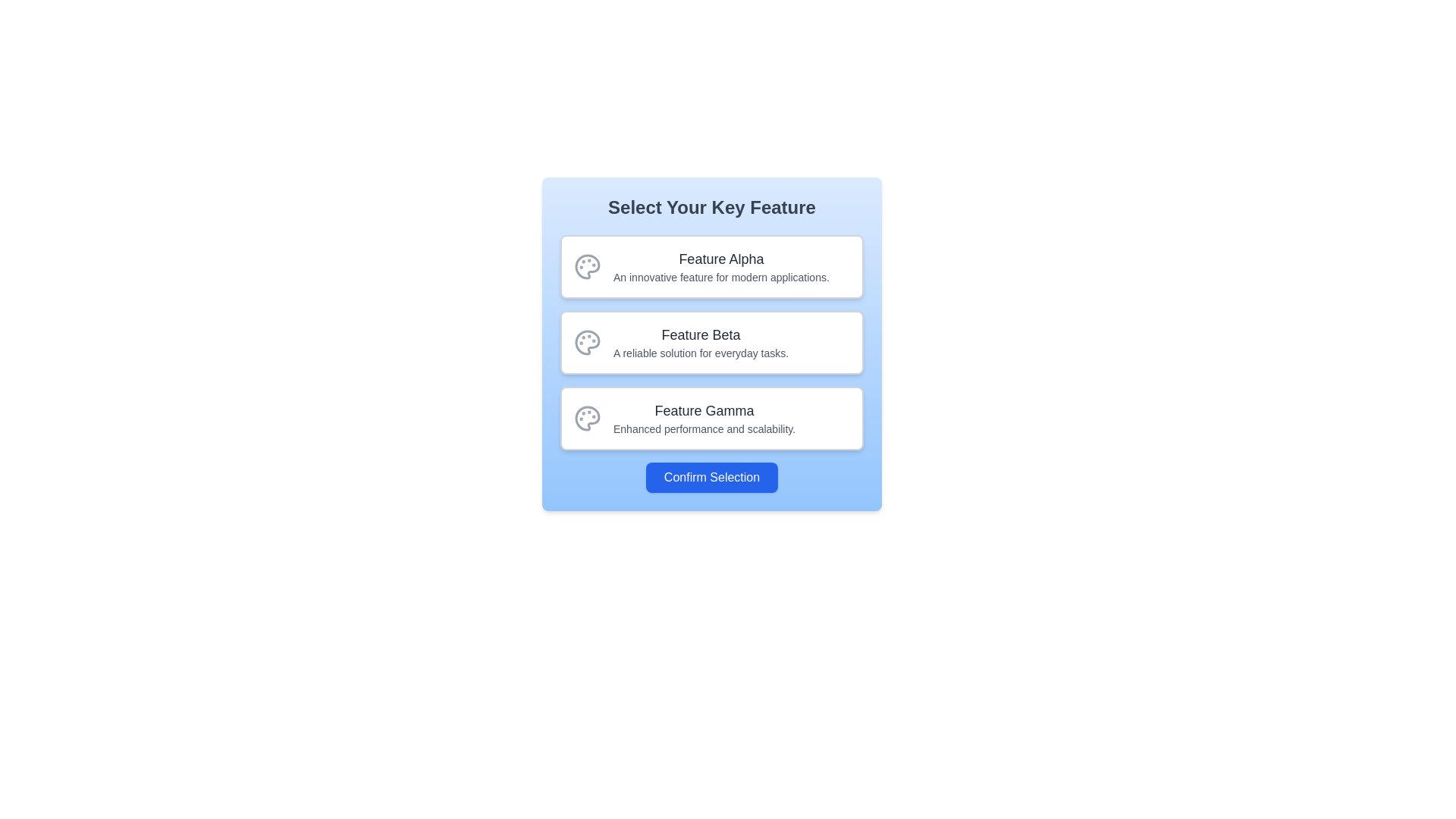  Describe the element at coordinates (720, 259) in the screenshot. I see `the Text label that serves as the title for the first feature in the list of selectable options, indicating the name of the feature` at that location.